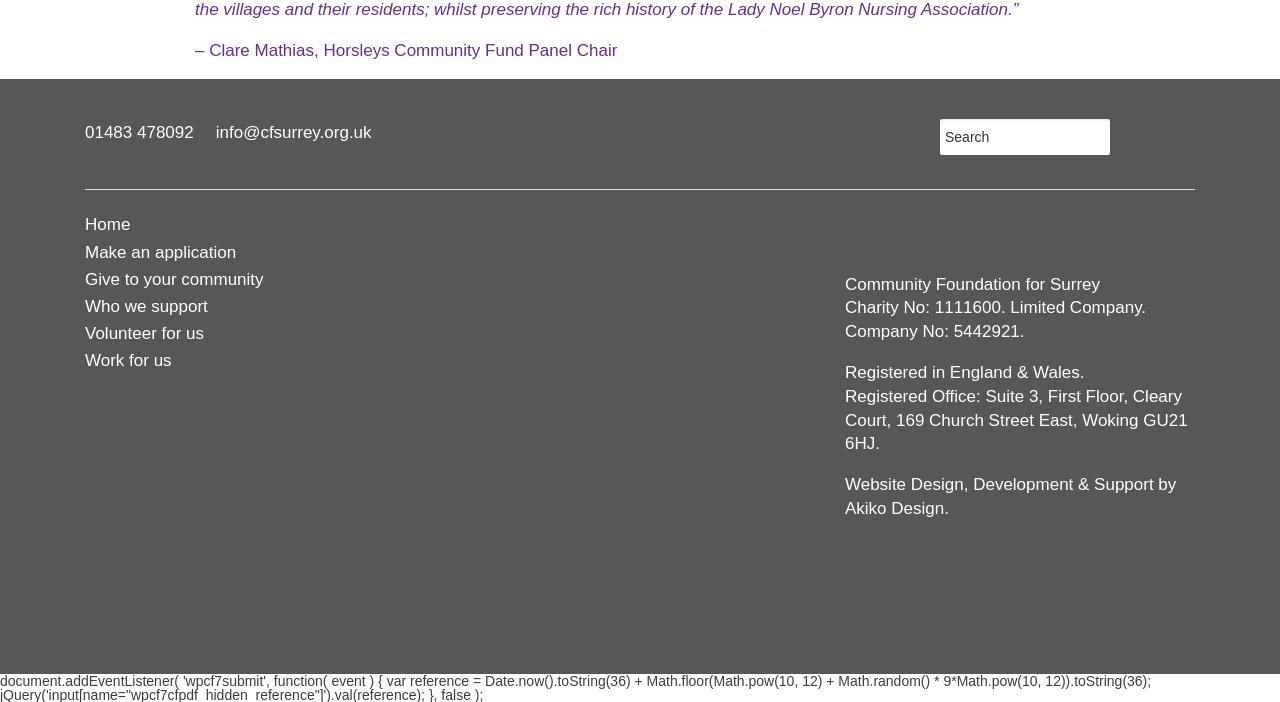 This screenshot has height=702, width=1280. What do you see at coordinates (173, 278) in the screenshot?
I see `'Give to your community'` at bounding box center [173, 278].